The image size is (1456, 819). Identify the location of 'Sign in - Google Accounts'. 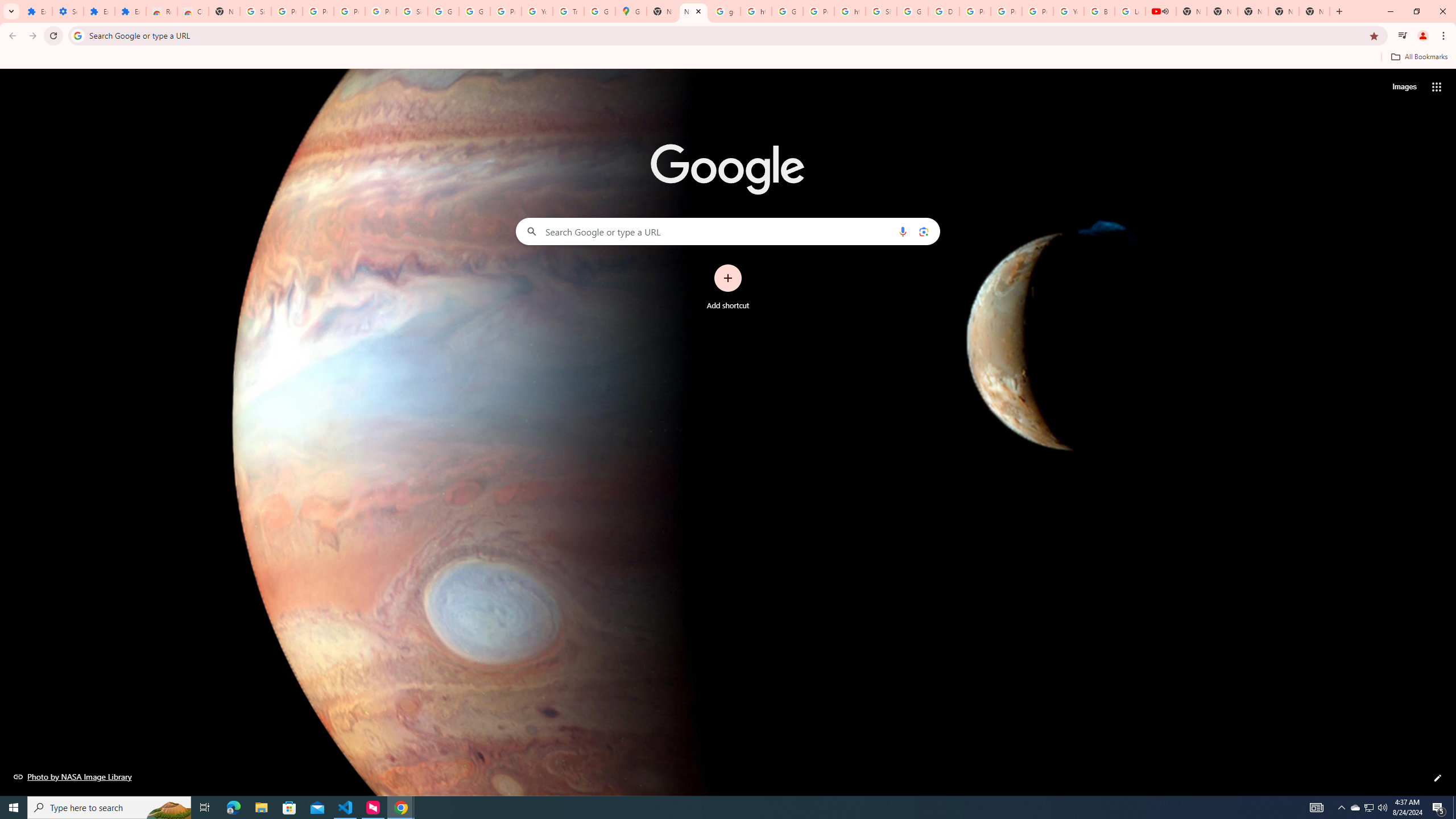
(255, 11).